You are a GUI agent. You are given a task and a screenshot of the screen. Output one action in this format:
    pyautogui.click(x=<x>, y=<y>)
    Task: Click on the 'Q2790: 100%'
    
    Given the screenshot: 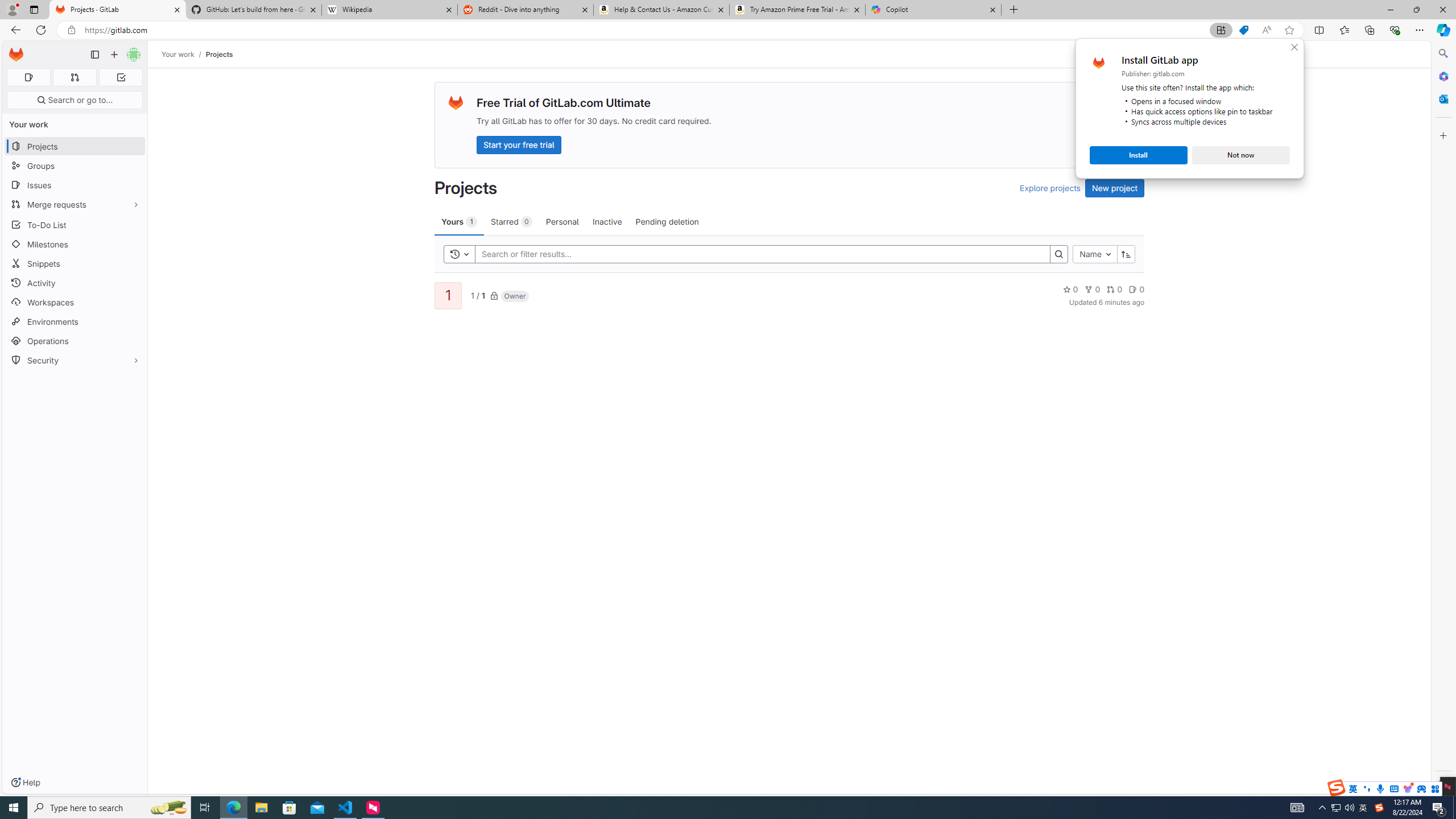 What is the action you would take?
    pyautogui.click(x=1349, y=806)
    